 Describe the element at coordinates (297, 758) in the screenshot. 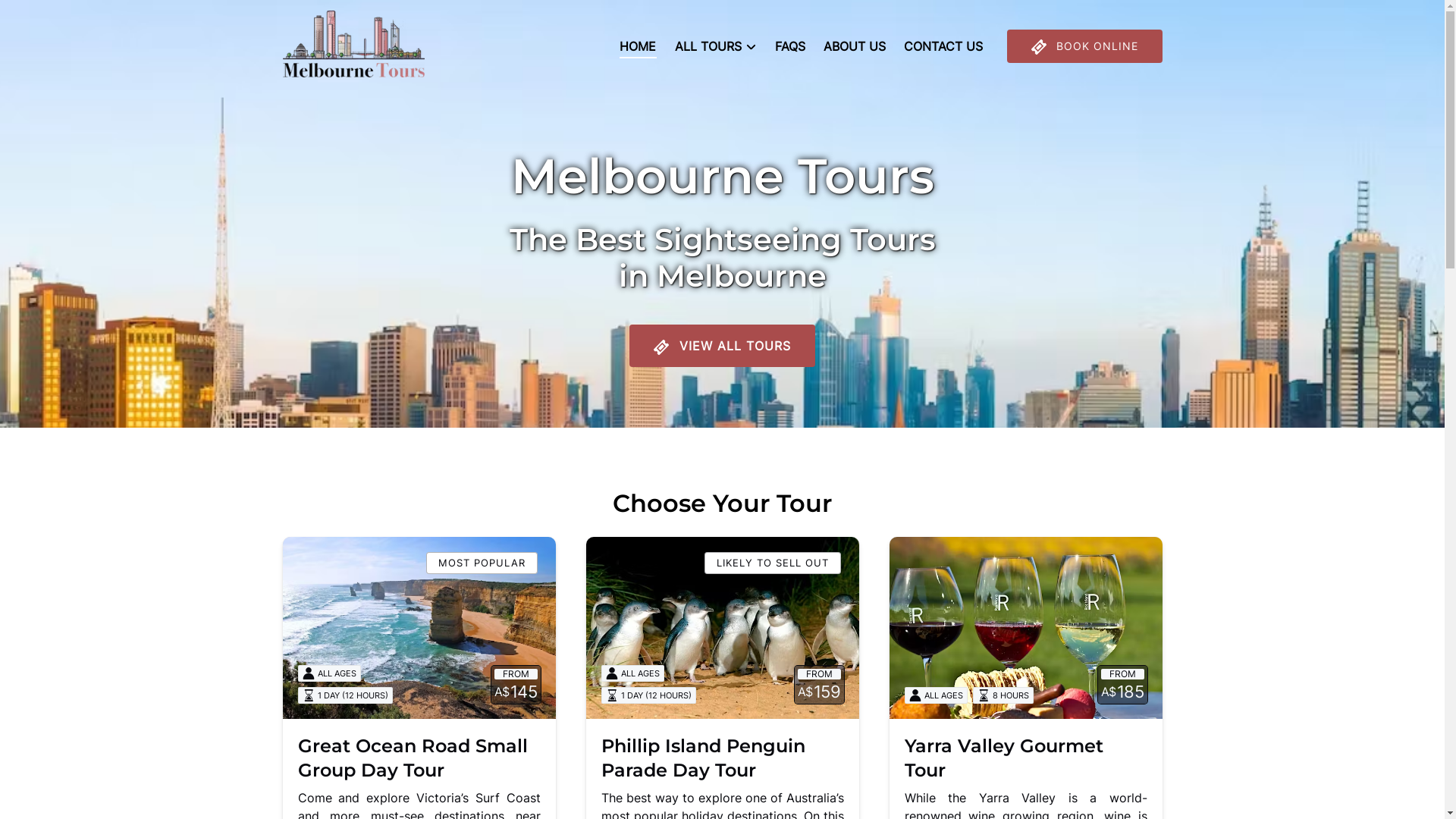

I see `'Great Ocean Road Small Group Day Tour'` at that location.